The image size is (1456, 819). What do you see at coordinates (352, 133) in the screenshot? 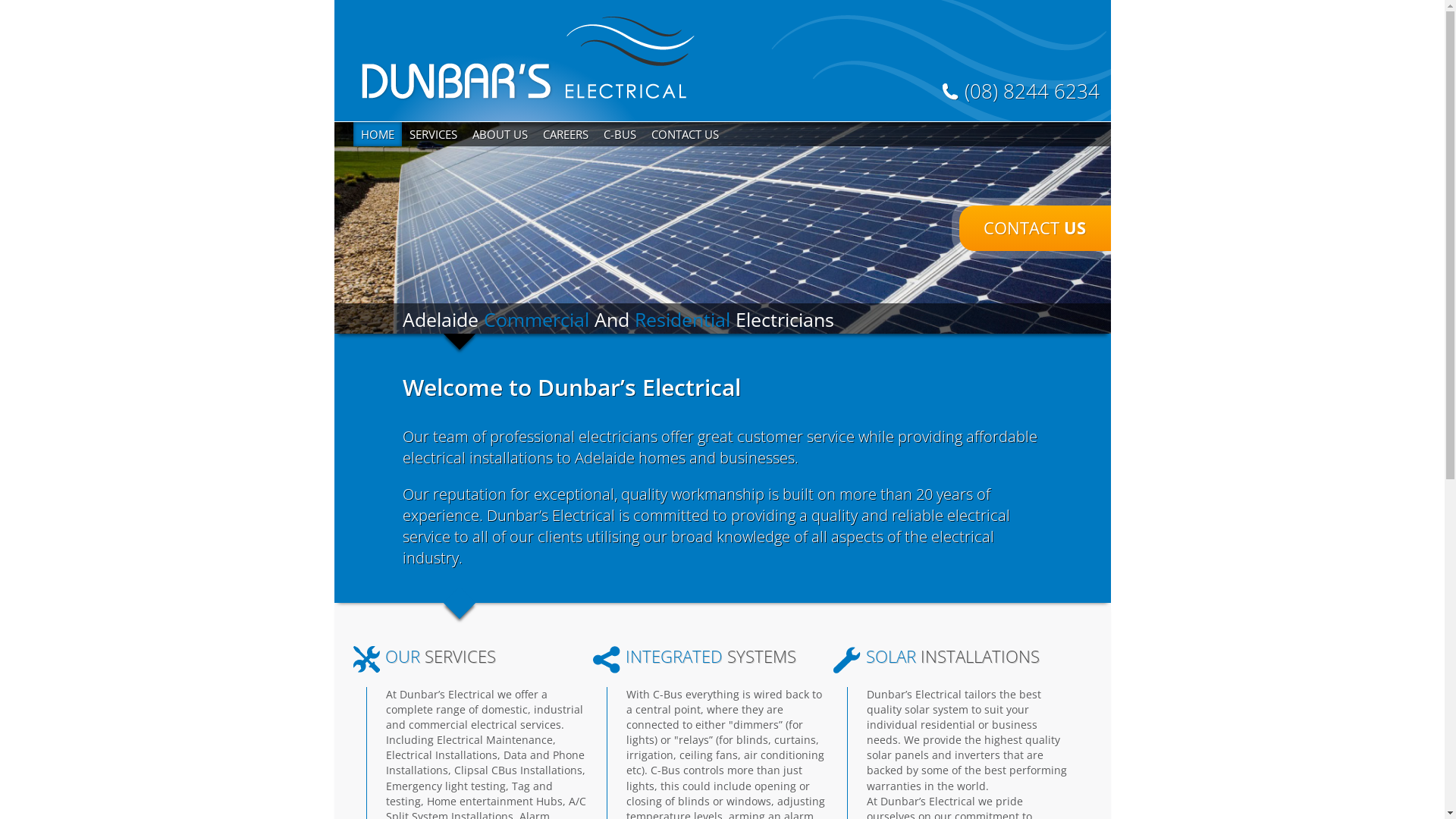
I see `'HOME'` at bounding box center [352, 133].